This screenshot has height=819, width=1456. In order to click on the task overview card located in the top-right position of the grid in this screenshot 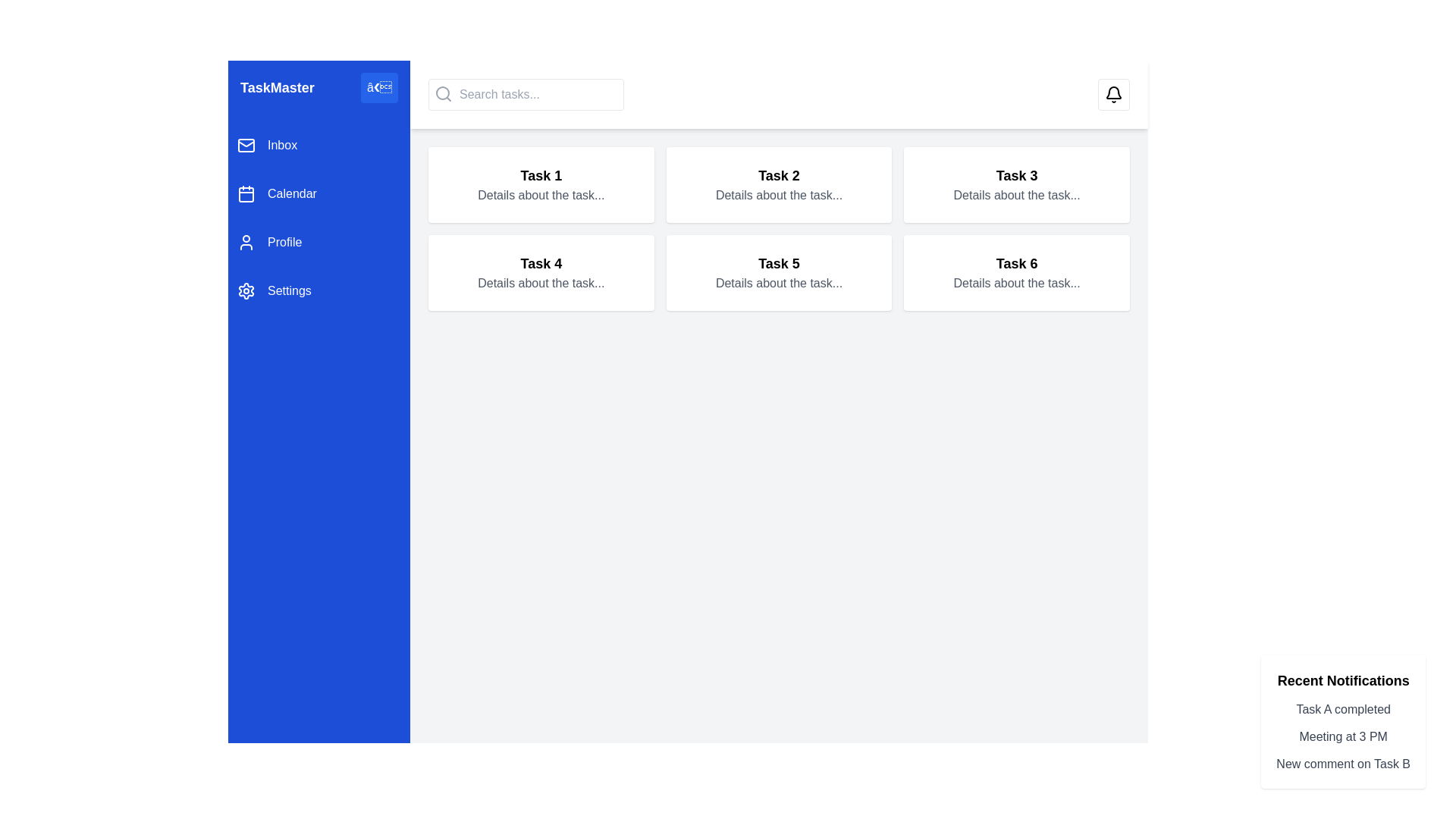, I will do `click(1017, 184)`.